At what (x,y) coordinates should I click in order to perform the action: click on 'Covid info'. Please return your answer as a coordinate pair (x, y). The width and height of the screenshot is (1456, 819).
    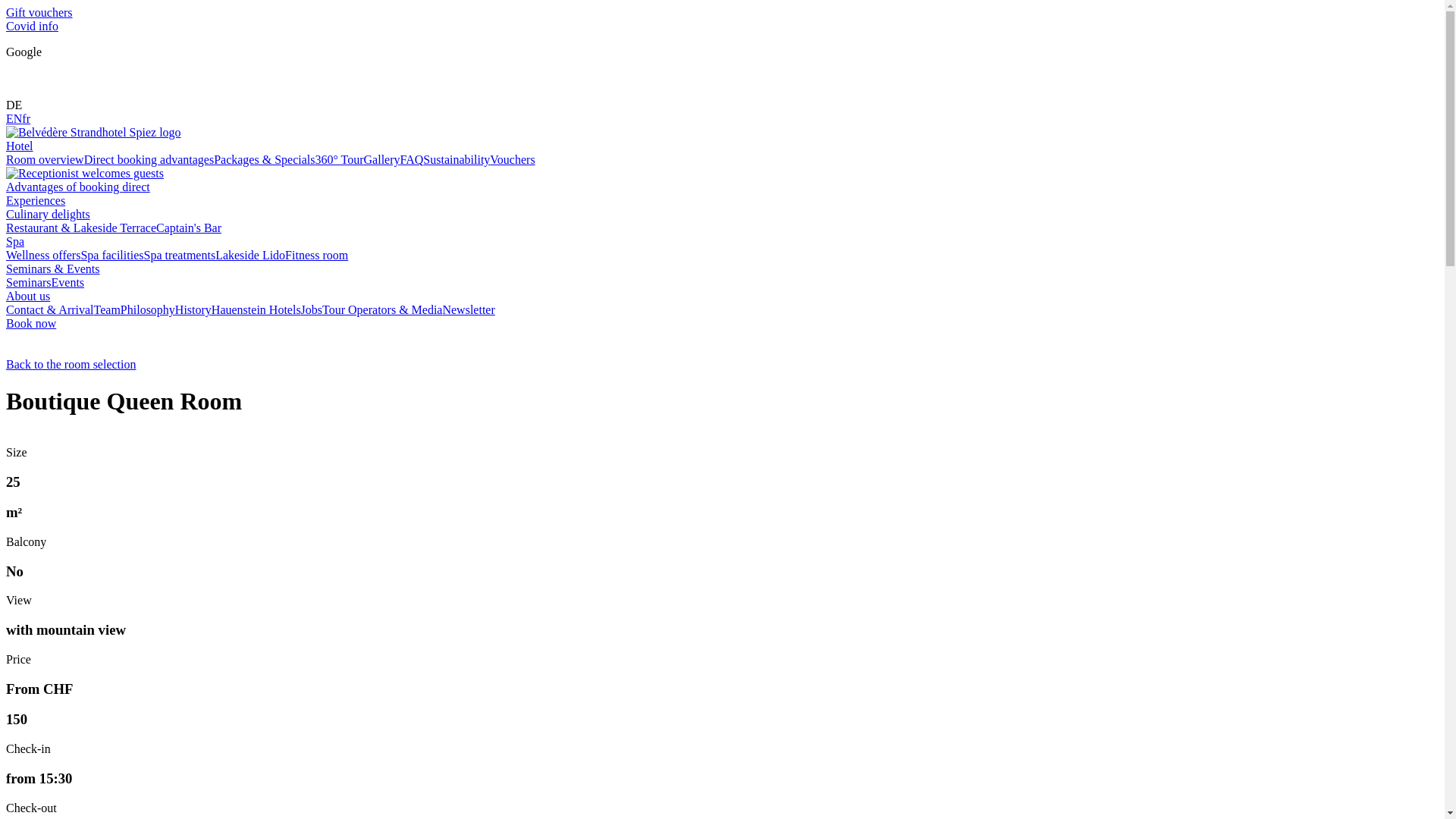
    Looking at the image, I should click on (32, 26).